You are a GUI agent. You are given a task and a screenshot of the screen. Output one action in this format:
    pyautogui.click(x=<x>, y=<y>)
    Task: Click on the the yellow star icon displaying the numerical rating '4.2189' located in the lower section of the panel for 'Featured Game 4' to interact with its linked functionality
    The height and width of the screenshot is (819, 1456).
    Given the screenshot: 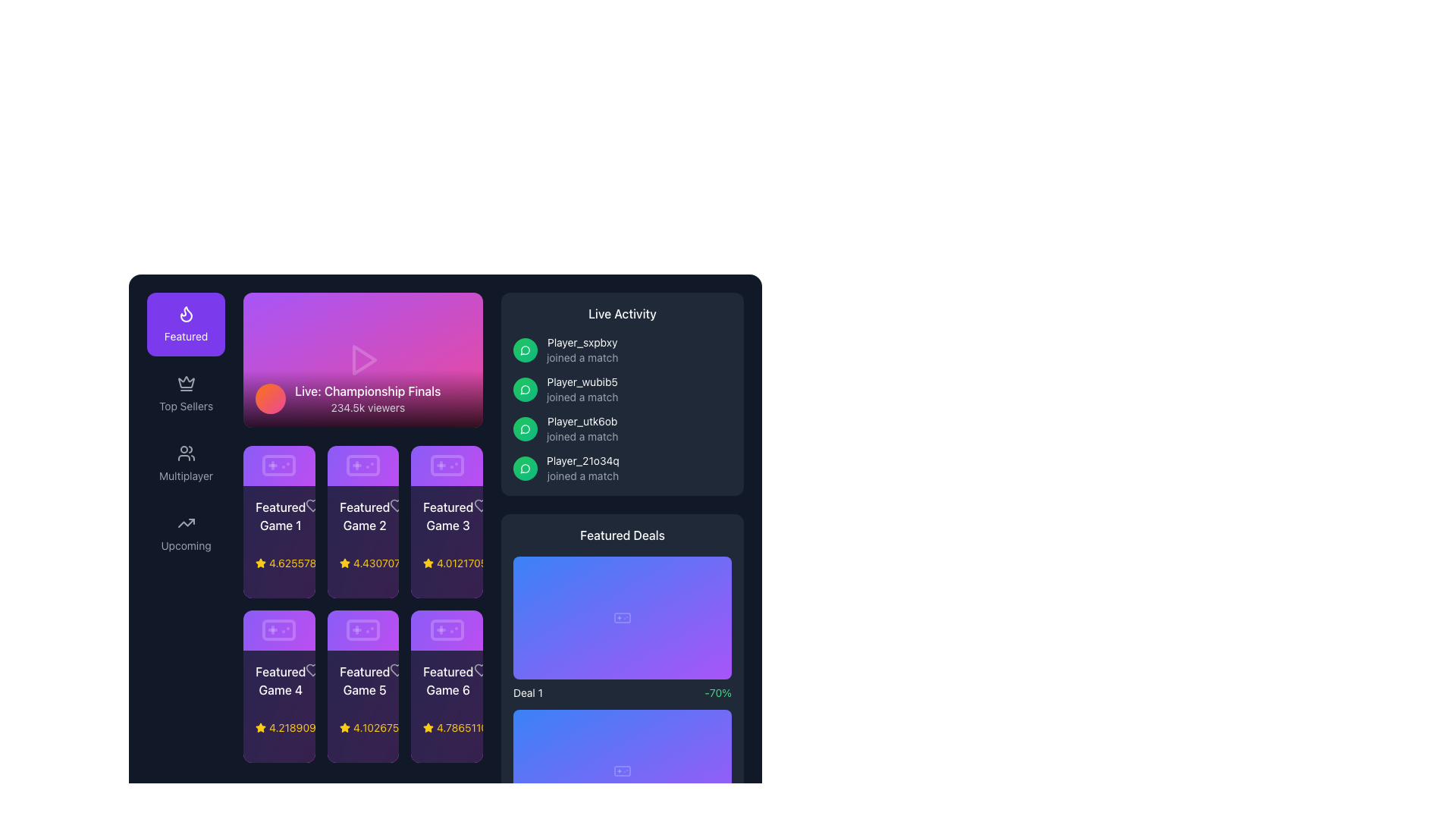 What is the action you would take?
    pyautogui.click(x=279, y=727)
    